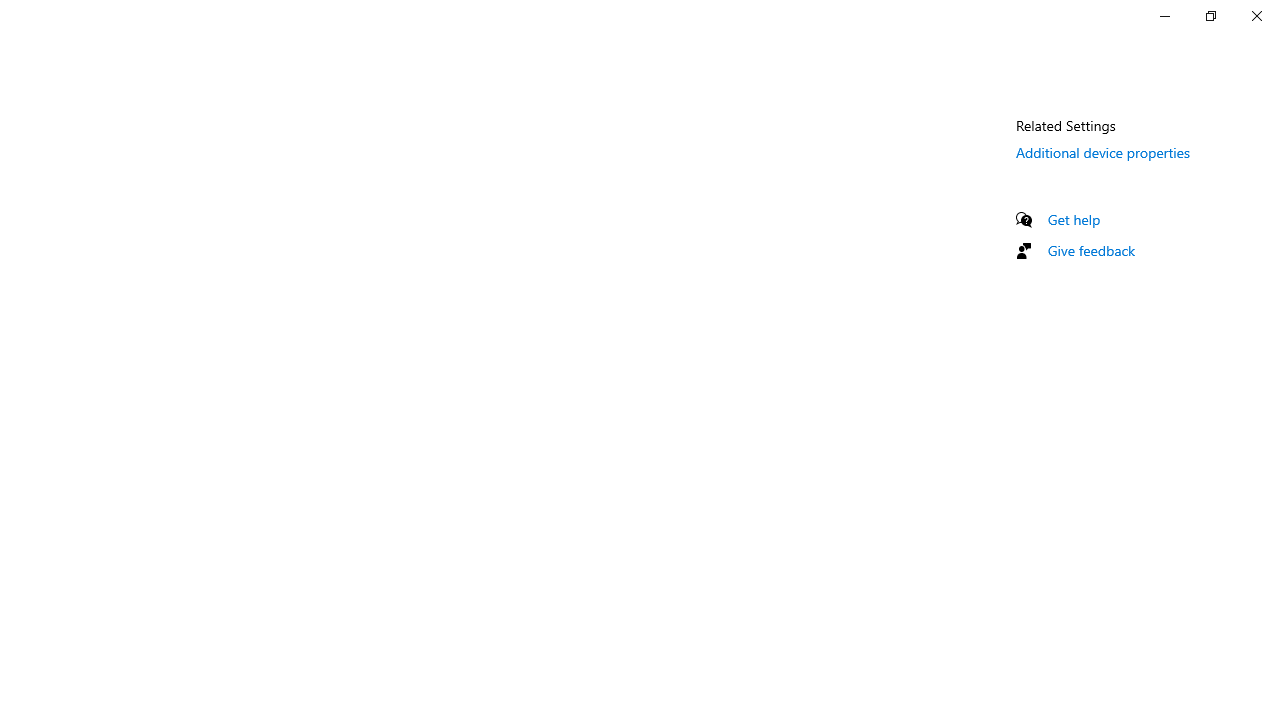 The height and width of the screenshot is (720, 1280). Describe the element at coordinates (1073, 219) in the screenshot. I see `'Get help'` at that location.